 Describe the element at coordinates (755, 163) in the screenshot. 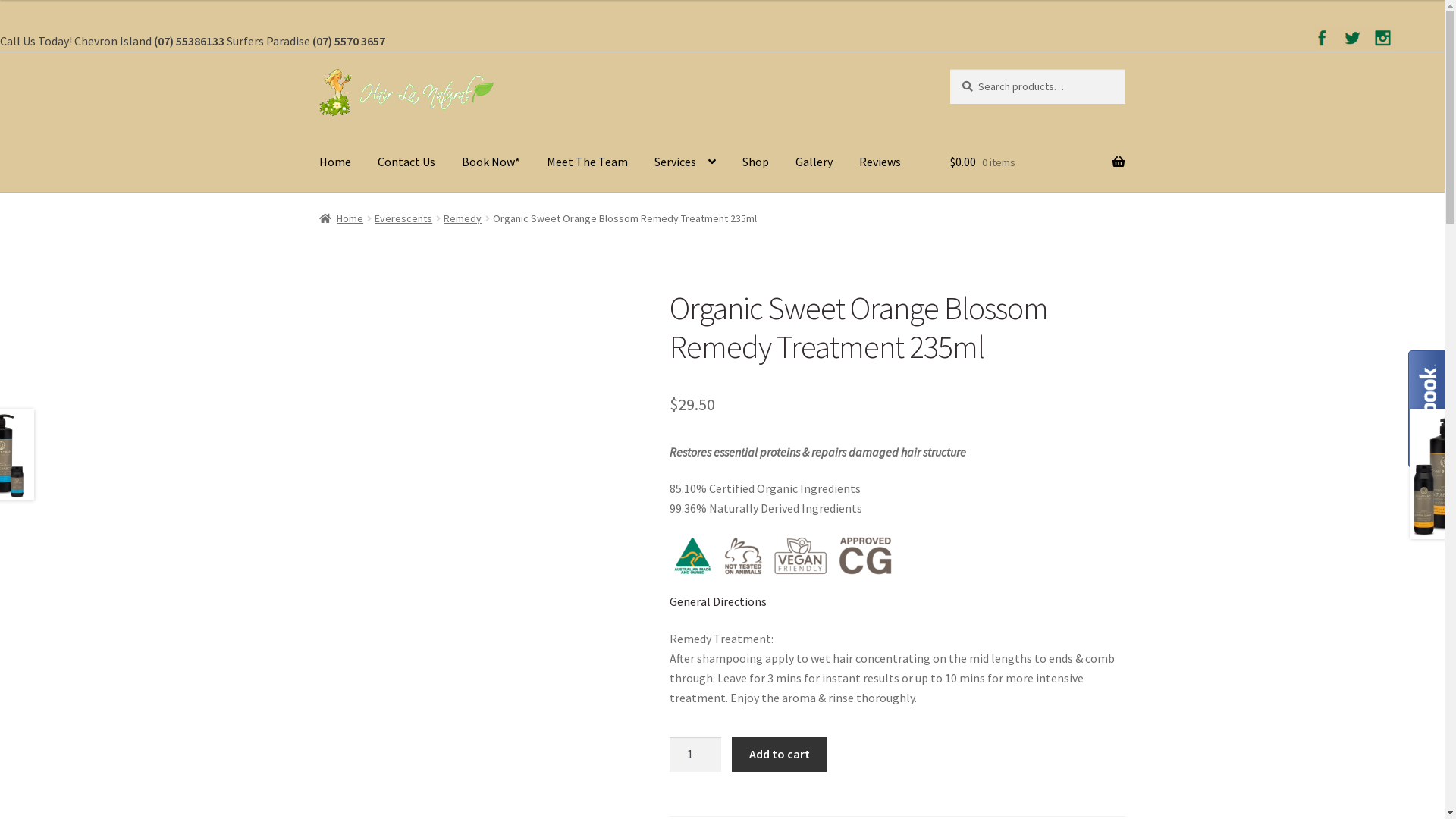

I see `'Shop'` at that location.